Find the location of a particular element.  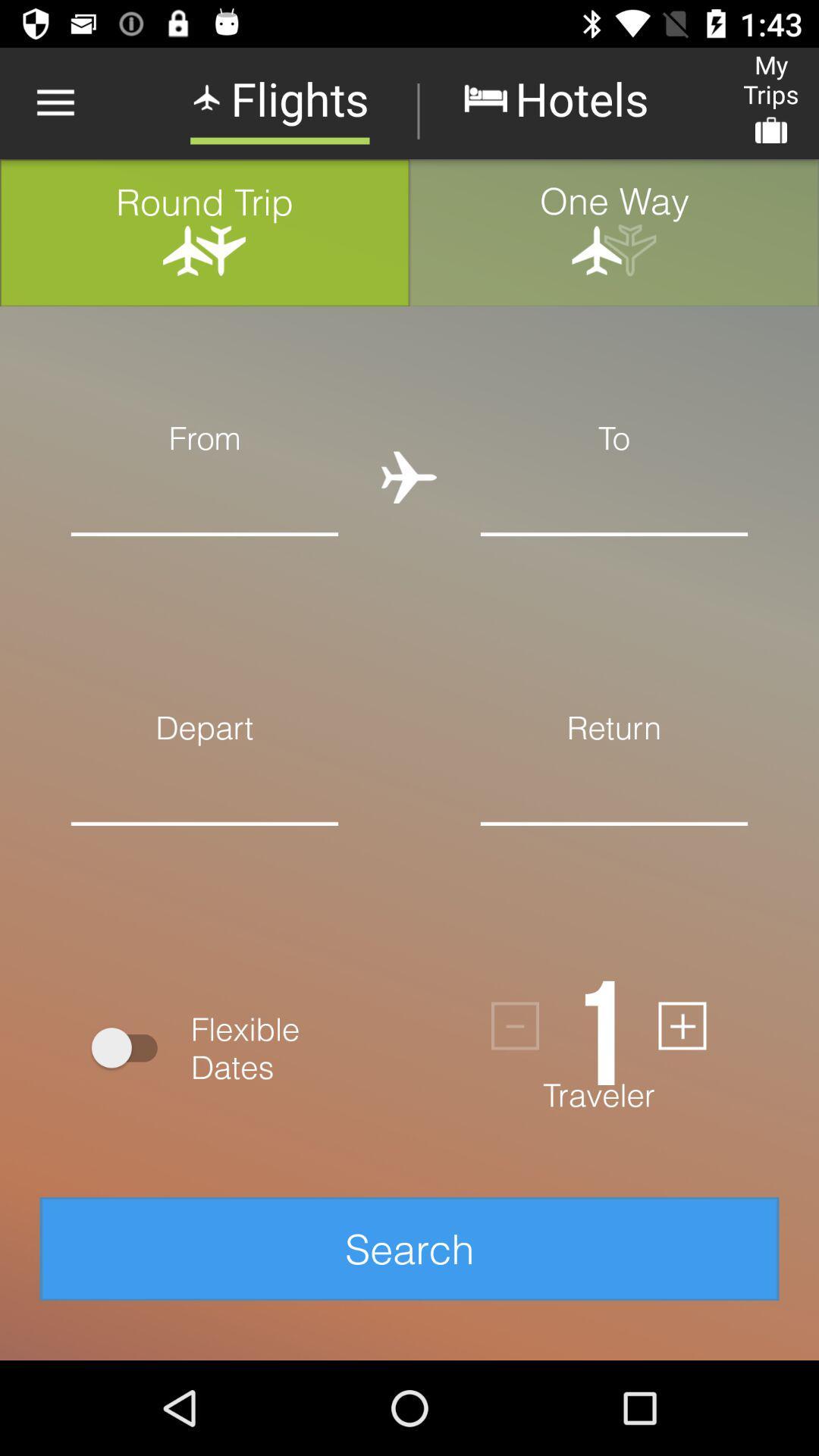

item above round trip is located at coordinates (55, 102).